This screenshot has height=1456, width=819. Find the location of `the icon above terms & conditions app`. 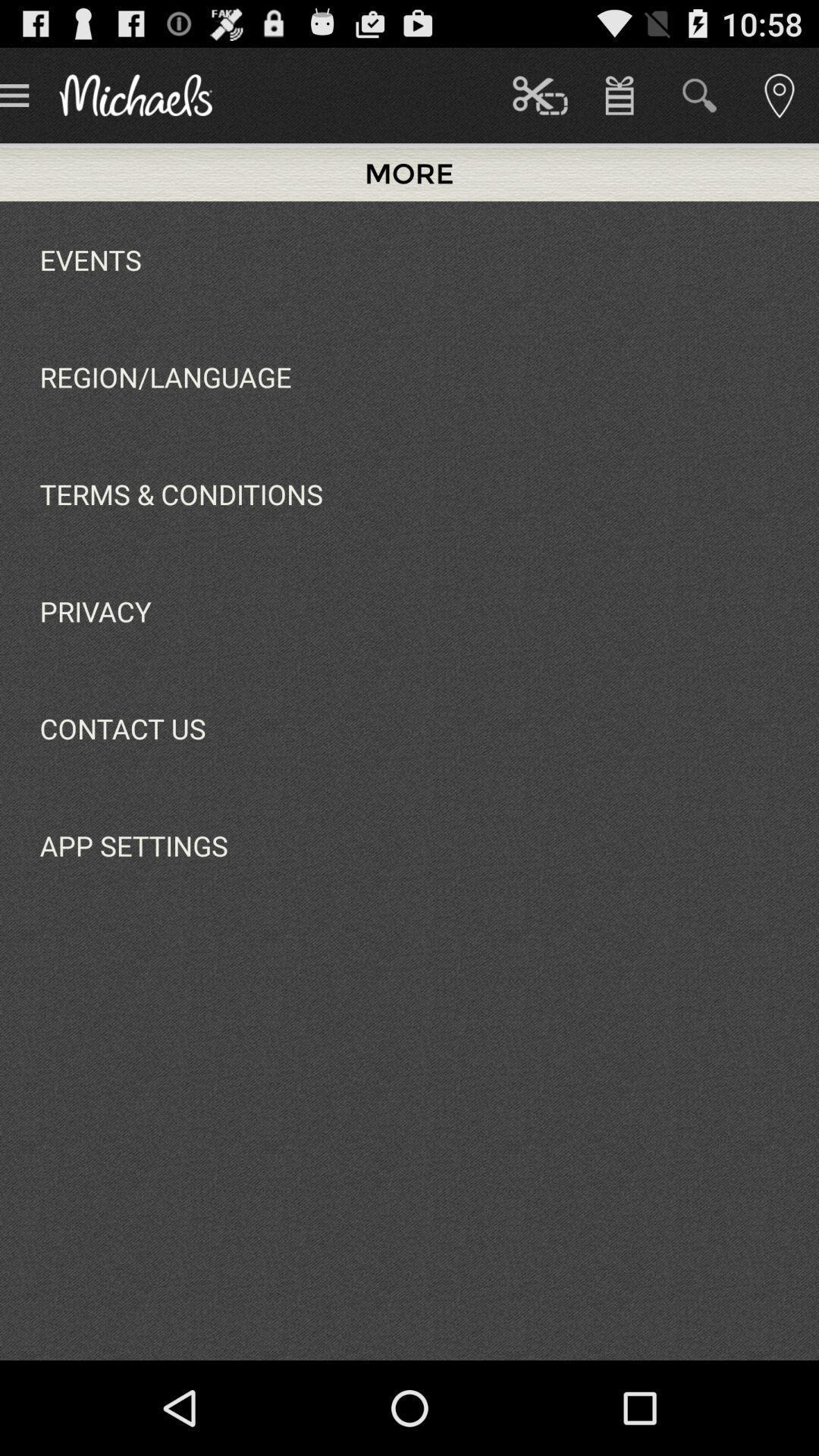

the icon above terms & conditions app is located at coordinates (165, 377).